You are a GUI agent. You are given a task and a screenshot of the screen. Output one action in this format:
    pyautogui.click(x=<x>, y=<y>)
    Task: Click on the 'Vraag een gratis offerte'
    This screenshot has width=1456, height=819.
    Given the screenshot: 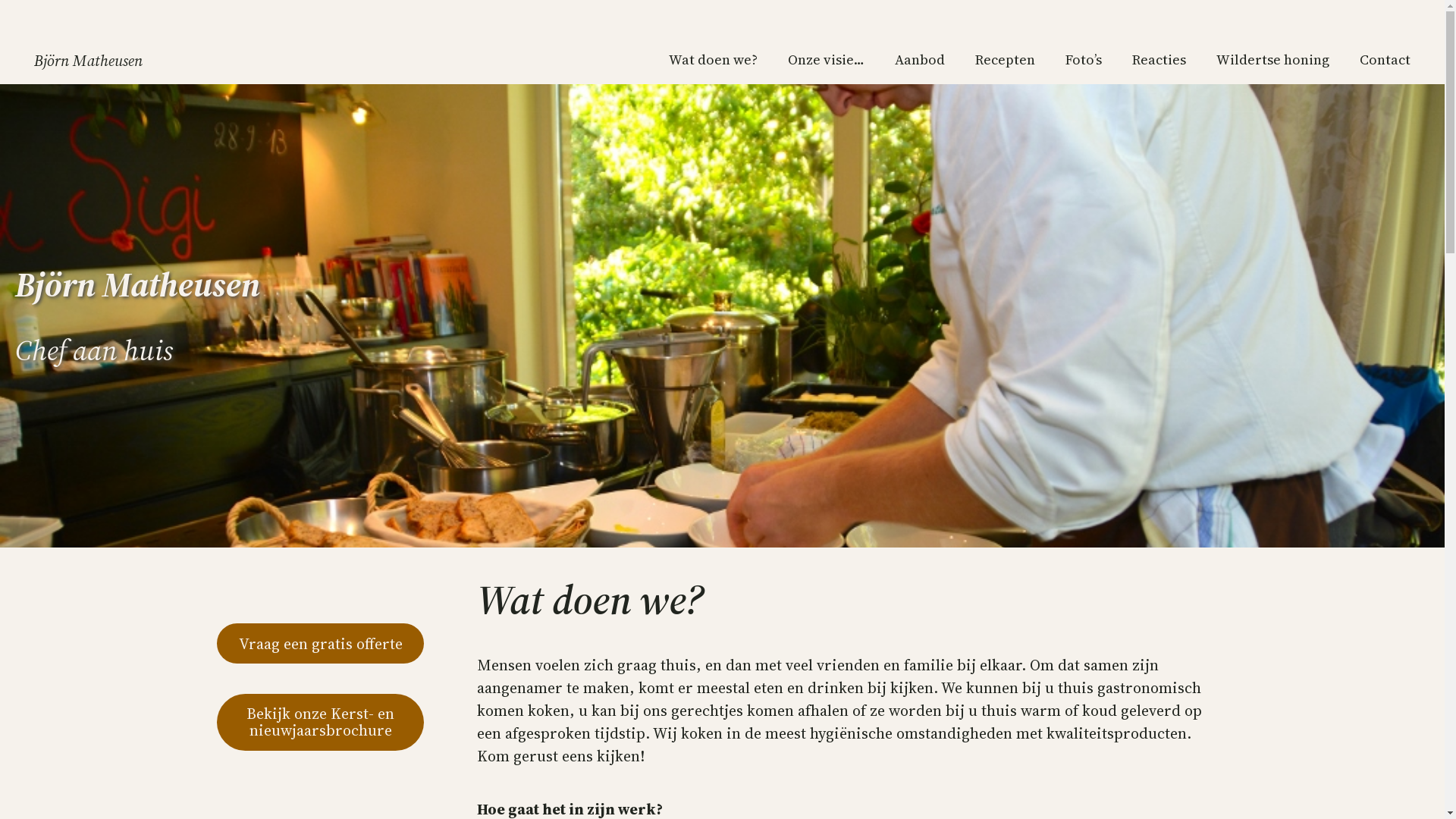 What is the action you would take?
    pyautogui.click(x=319, y=643)
    